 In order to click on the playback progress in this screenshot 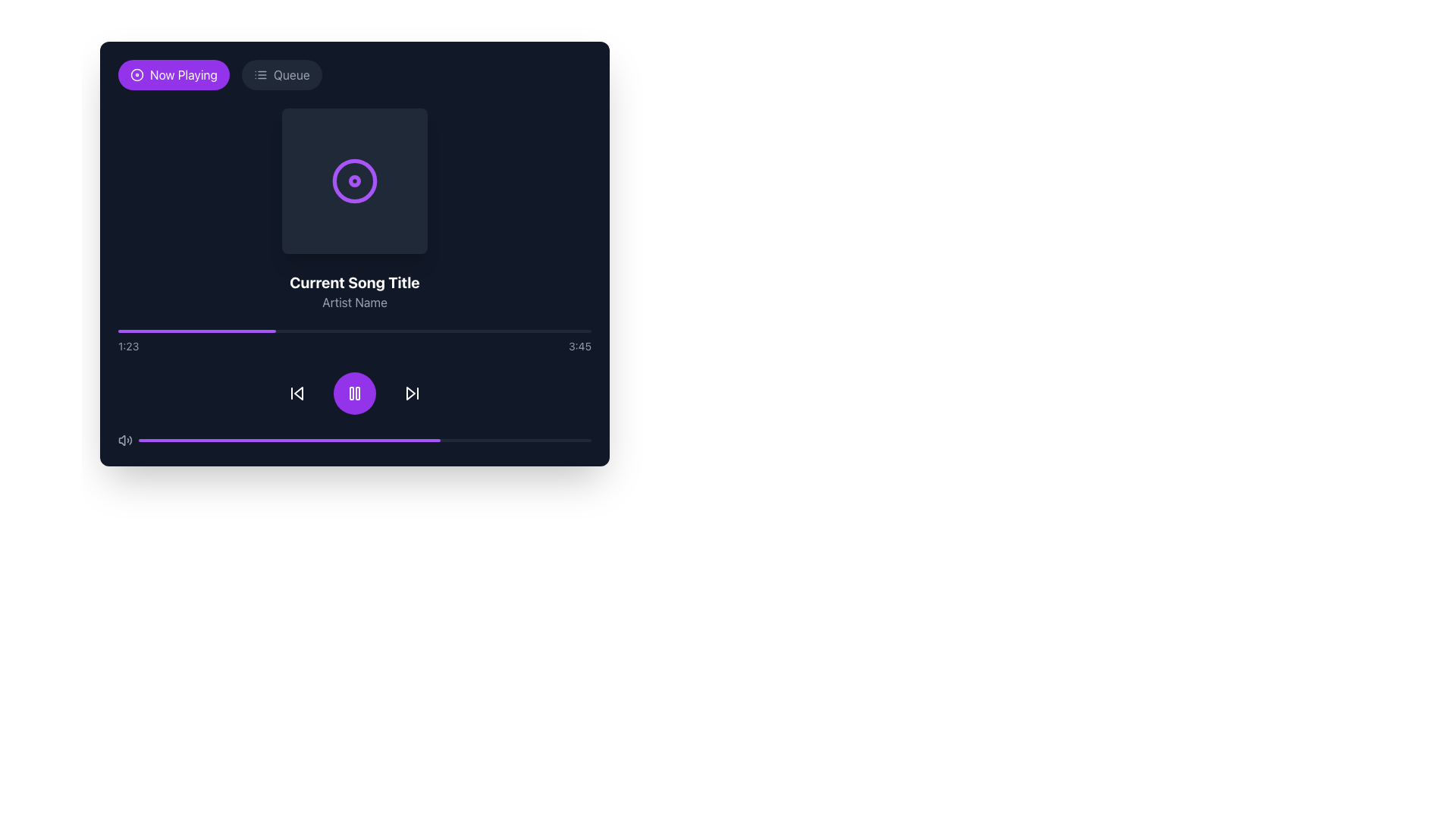, I will do `click(548, 330)`.